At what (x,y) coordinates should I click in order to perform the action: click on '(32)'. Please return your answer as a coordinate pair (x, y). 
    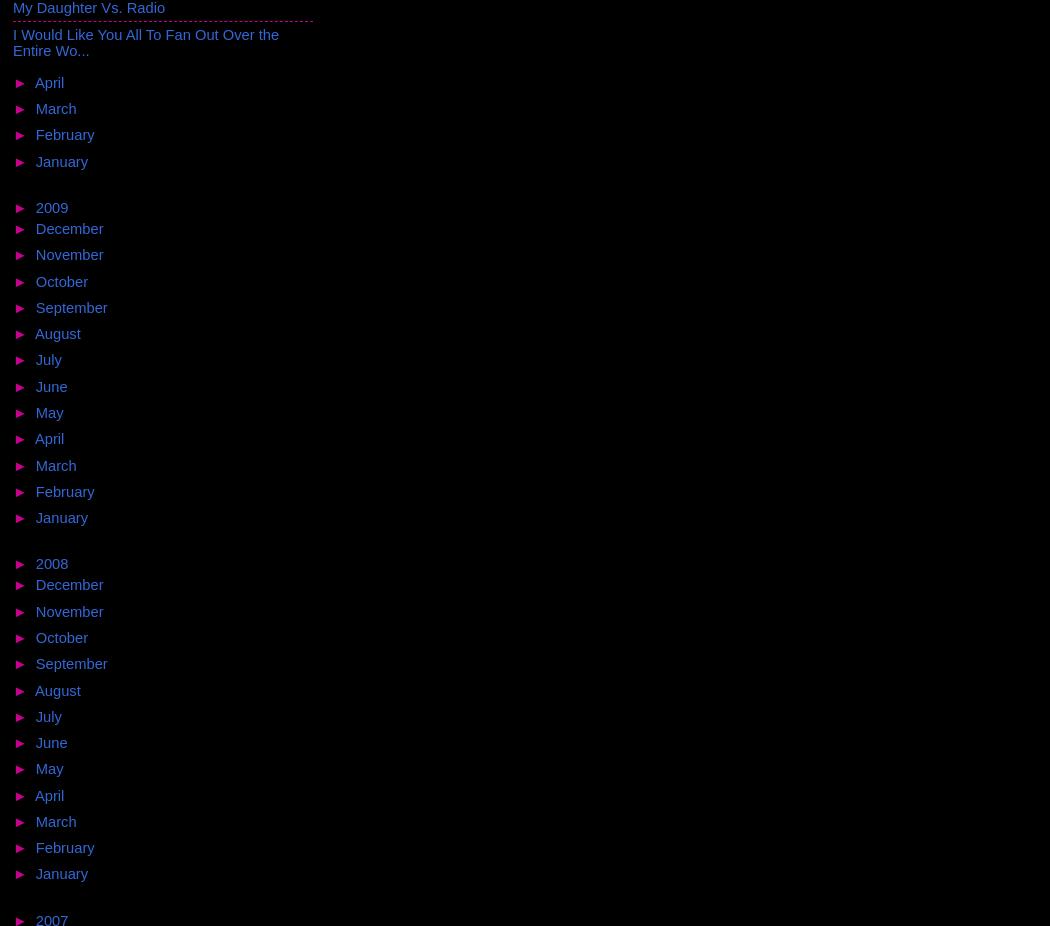
    Looking at the image, I should click on (105, 873).